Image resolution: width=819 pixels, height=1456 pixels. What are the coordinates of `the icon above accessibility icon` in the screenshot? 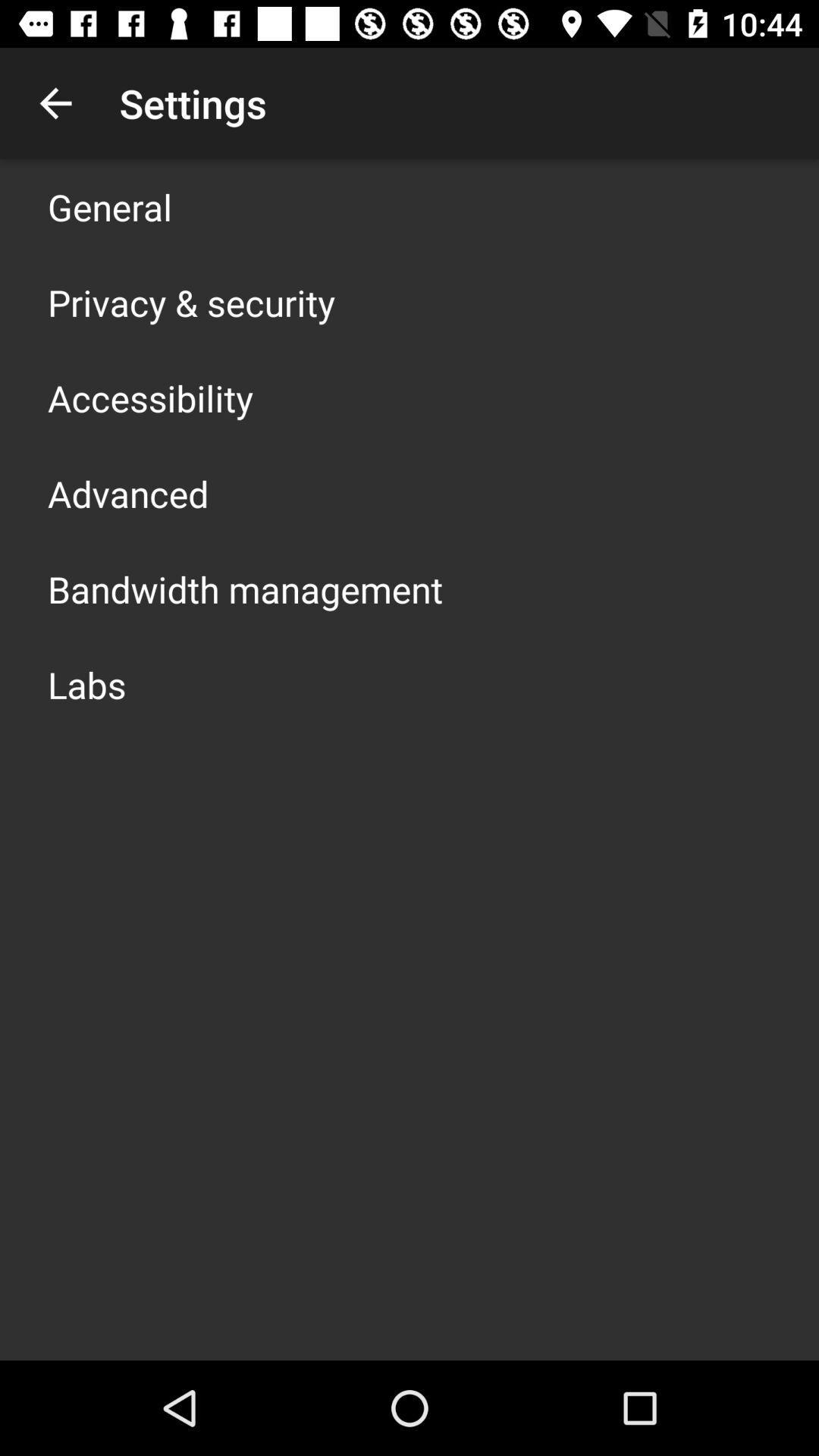 It's located at (190, 302).